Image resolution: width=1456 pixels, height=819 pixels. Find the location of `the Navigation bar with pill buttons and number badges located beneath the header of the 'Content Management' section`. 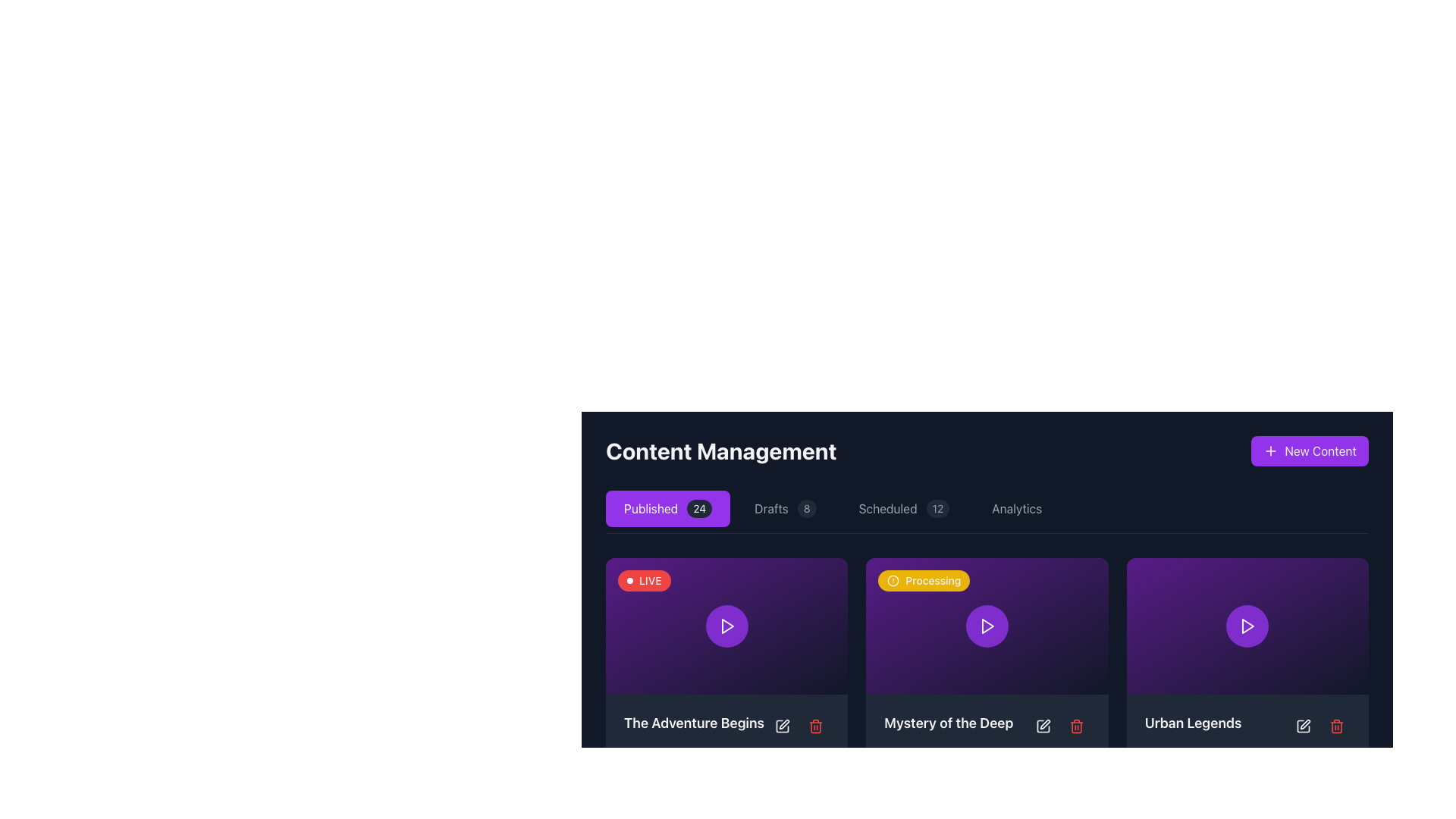

the Navigation bar with pill buttons and number badges located beneath the header of the 'Content Management' section is located at coordinates (987, 512).